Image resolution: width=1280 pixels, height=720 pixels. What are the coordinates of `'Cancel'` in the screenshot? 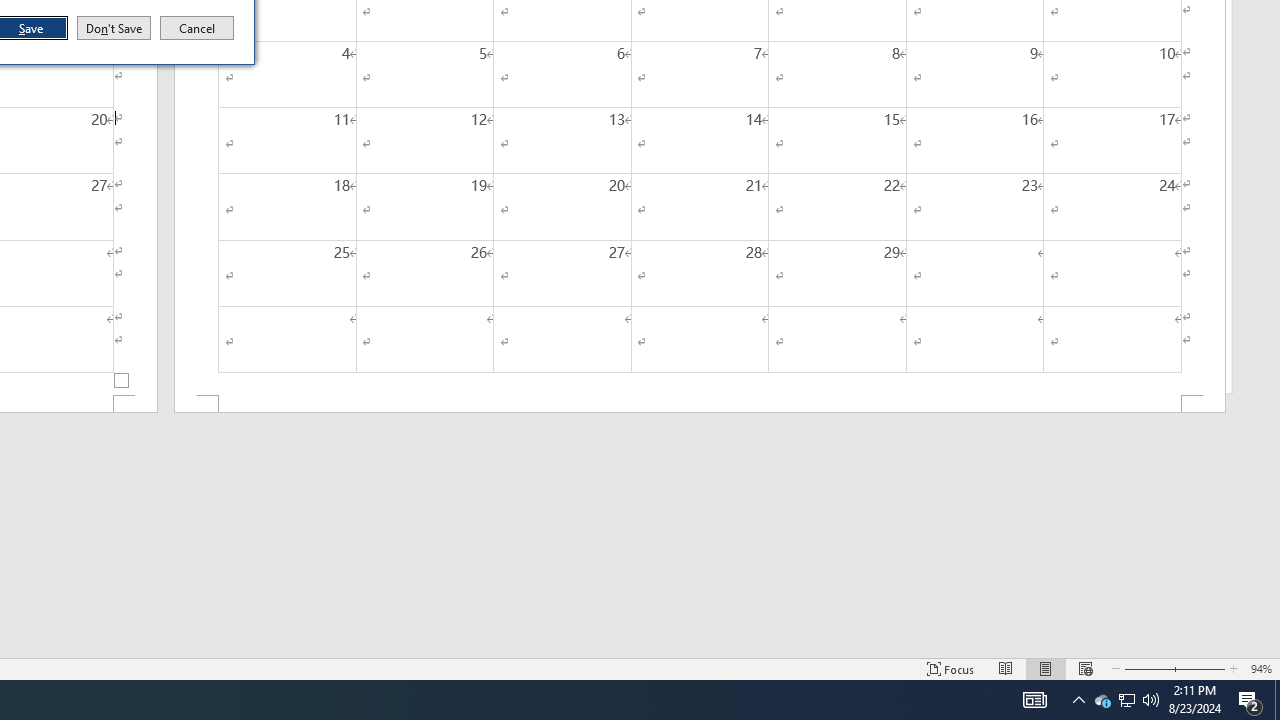 It's located at (197, 28).